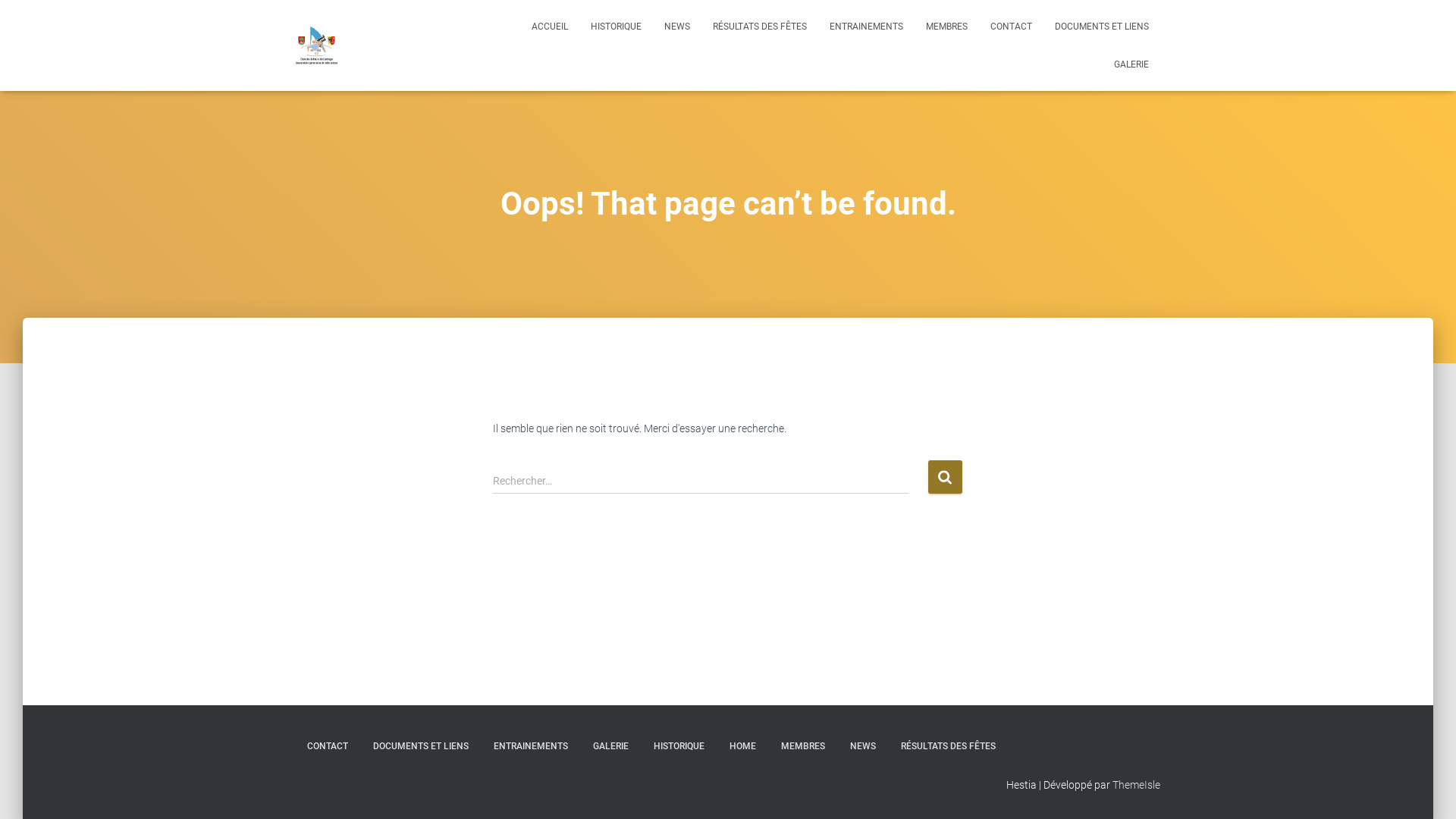 Image resolution: width=1456 pixels, height=819 pixels. I want to click on 'NEWS', so click(676, 26).